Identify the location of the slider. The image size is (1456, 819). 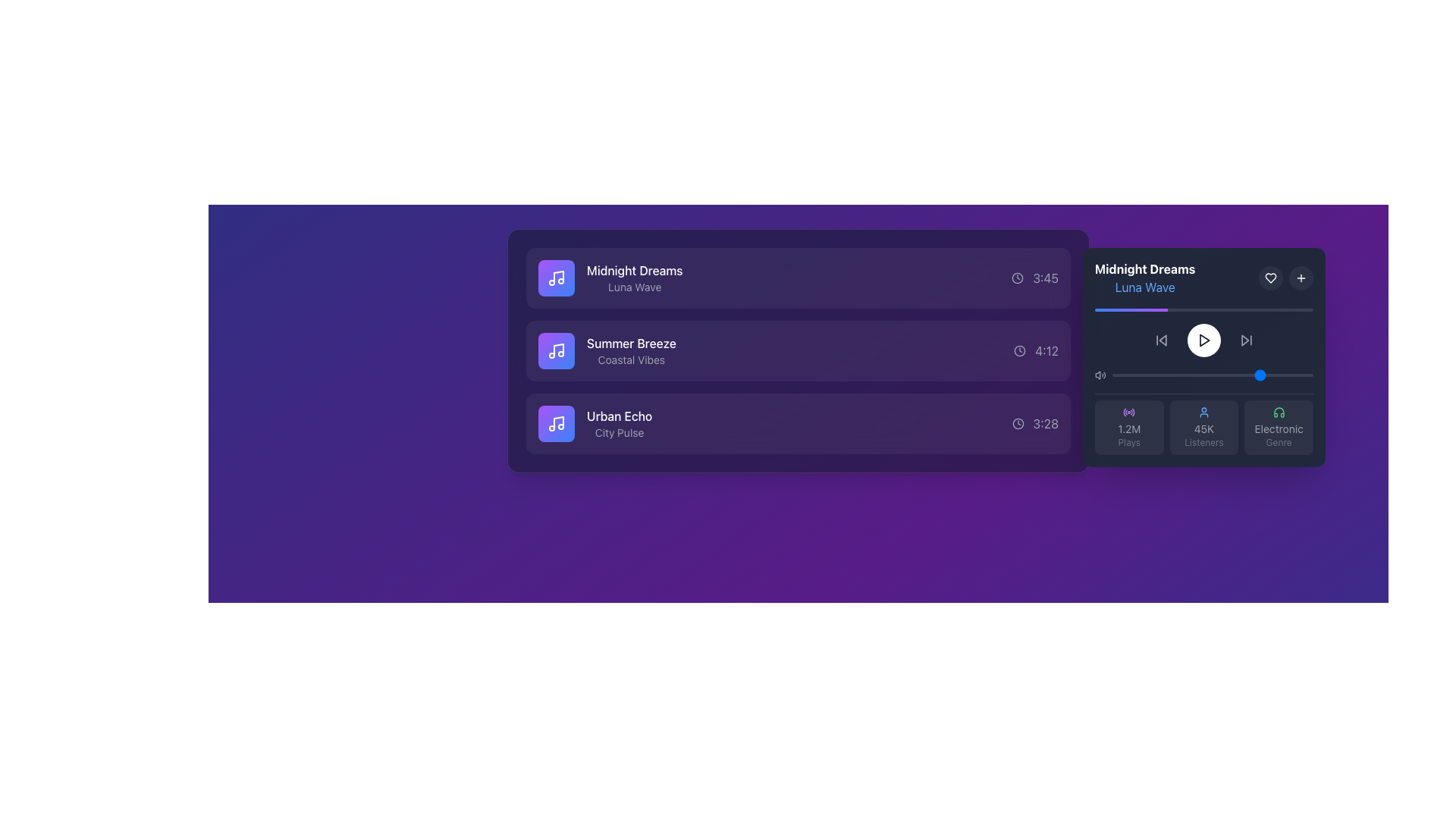
(1310, 375).